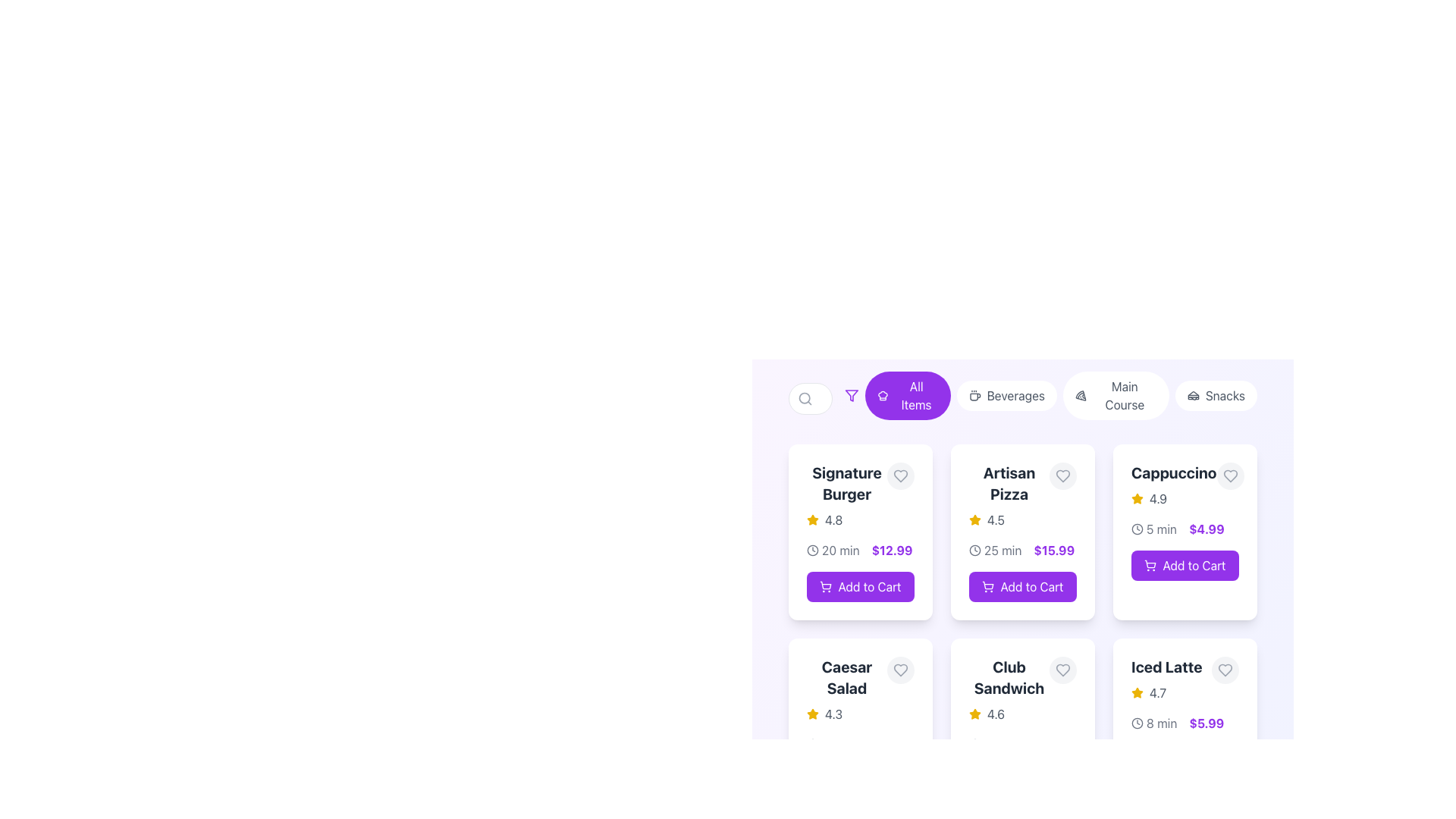 The width and height of the screenshot is (1456, 819). Describe the element at coordinates (1137, 693) in the screenshot. I see `the representation of the yellow star icon that indicates a rating of '4.7' for the item labeled 'Iced Latte', located in the bottom-right corner of the menu grid` at that location.